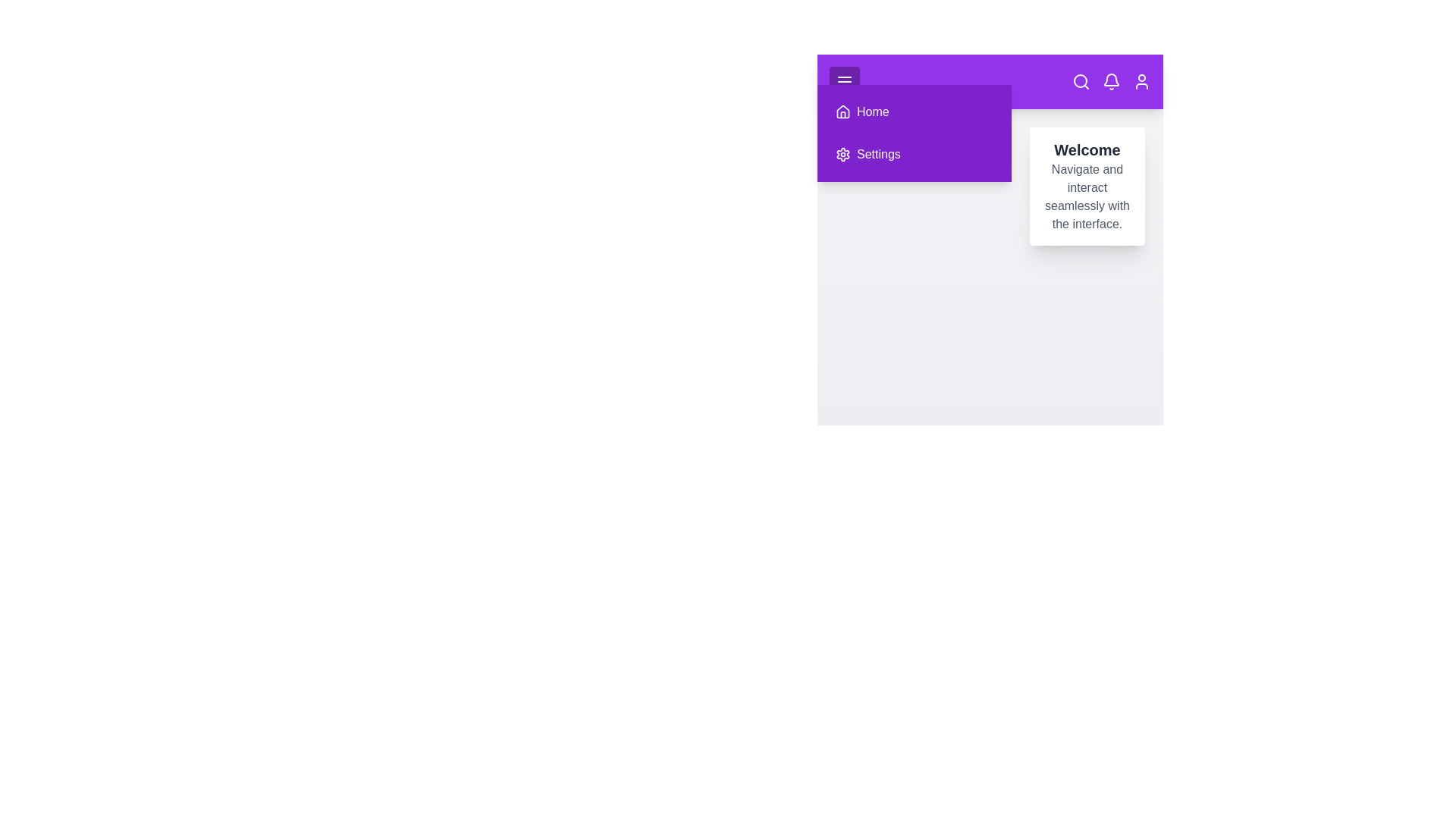 This screenshot has height=819, width=1456. I want to click on the 'Home' menu item in the navigation bar, so click(913, 111).